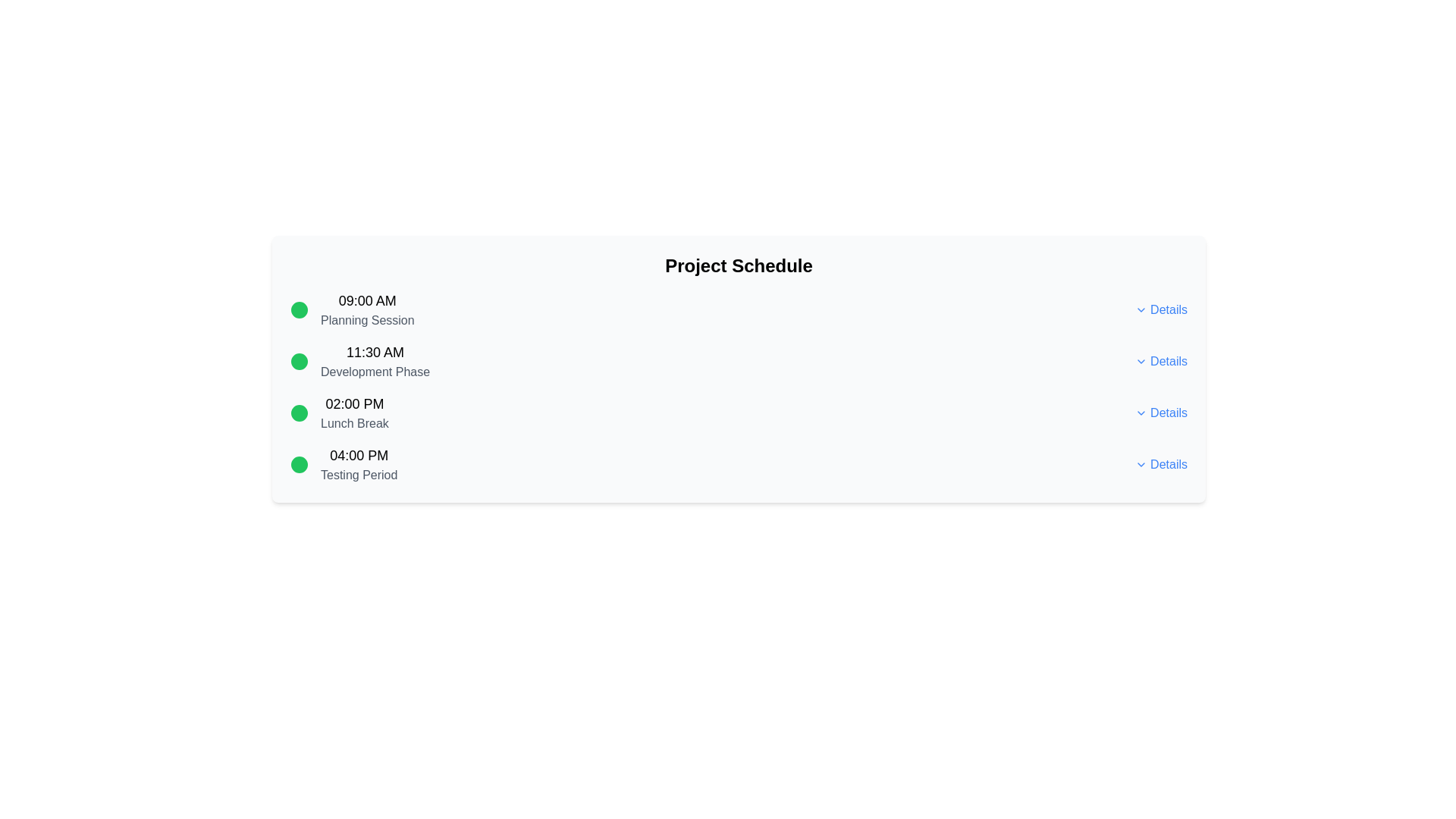 The width and height of the screenshot is (1456, 819). Describe the element at coordinates (1160, 413) in the screenshot. I see `the 'Details' text in blue located in the rightmost section of the row for '02:00 PM Lunch Break'` at that location.